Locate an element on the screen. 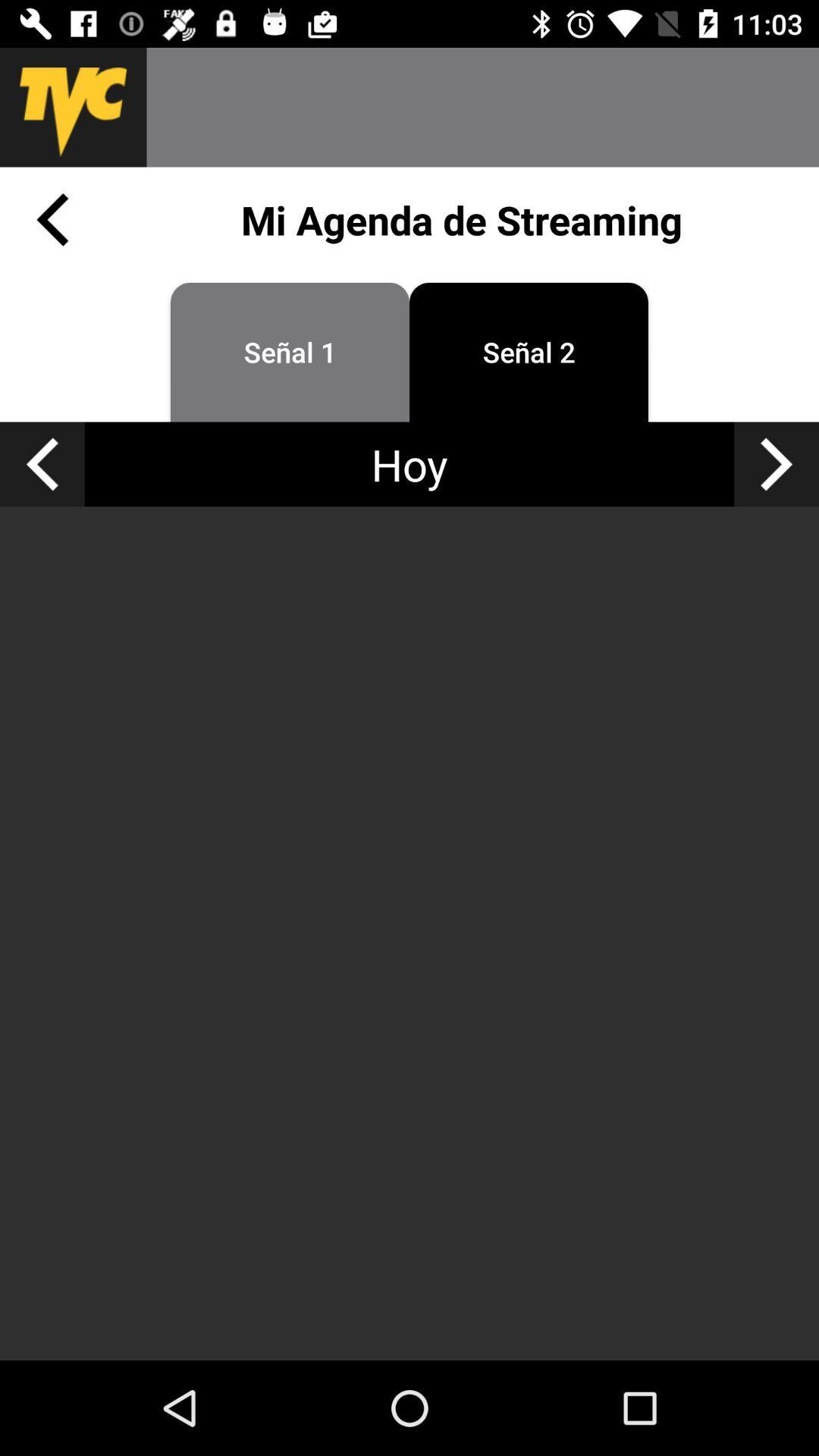 This screenshot has width=819, height=1456. the item below the mi agenda de is located at coordinates (290, 351).